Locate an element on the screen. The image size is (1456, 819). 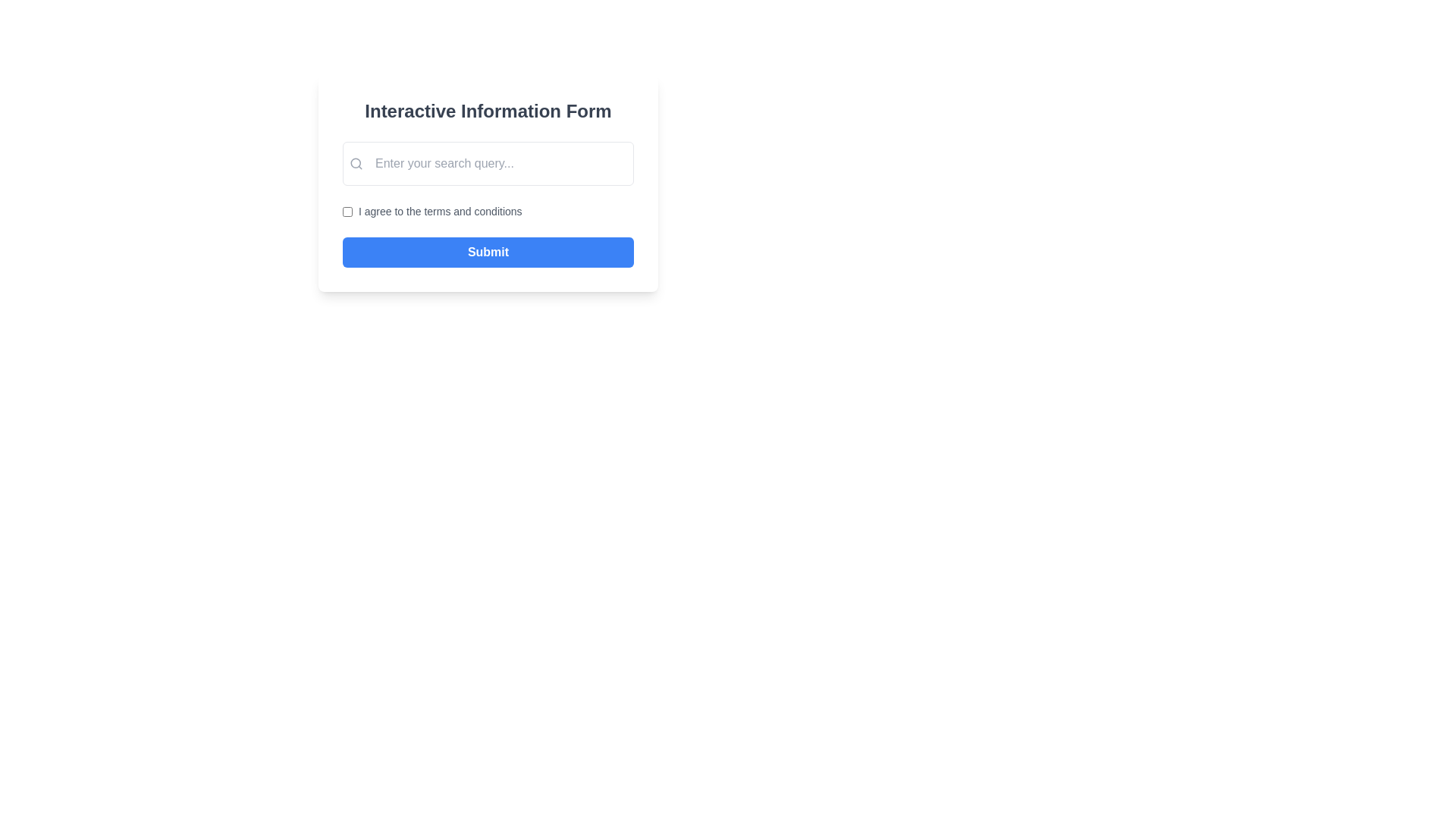
text of the large, bold title 'Interactive Information Form' displayed at the top of the form is located at coordinates (488, 110).